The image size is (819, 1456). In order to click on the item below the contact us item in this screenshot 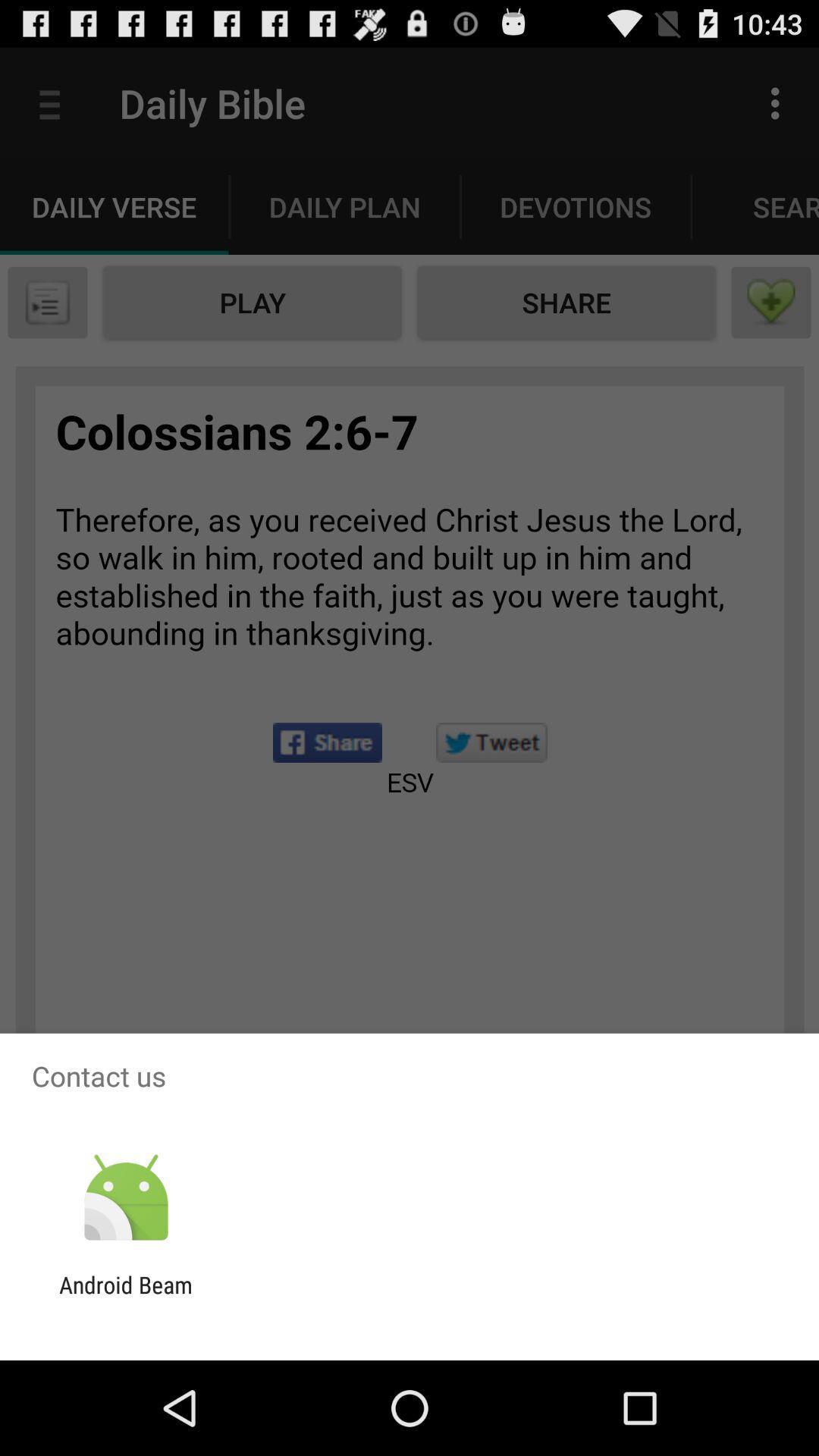, I will do `click(125, 1197)`.